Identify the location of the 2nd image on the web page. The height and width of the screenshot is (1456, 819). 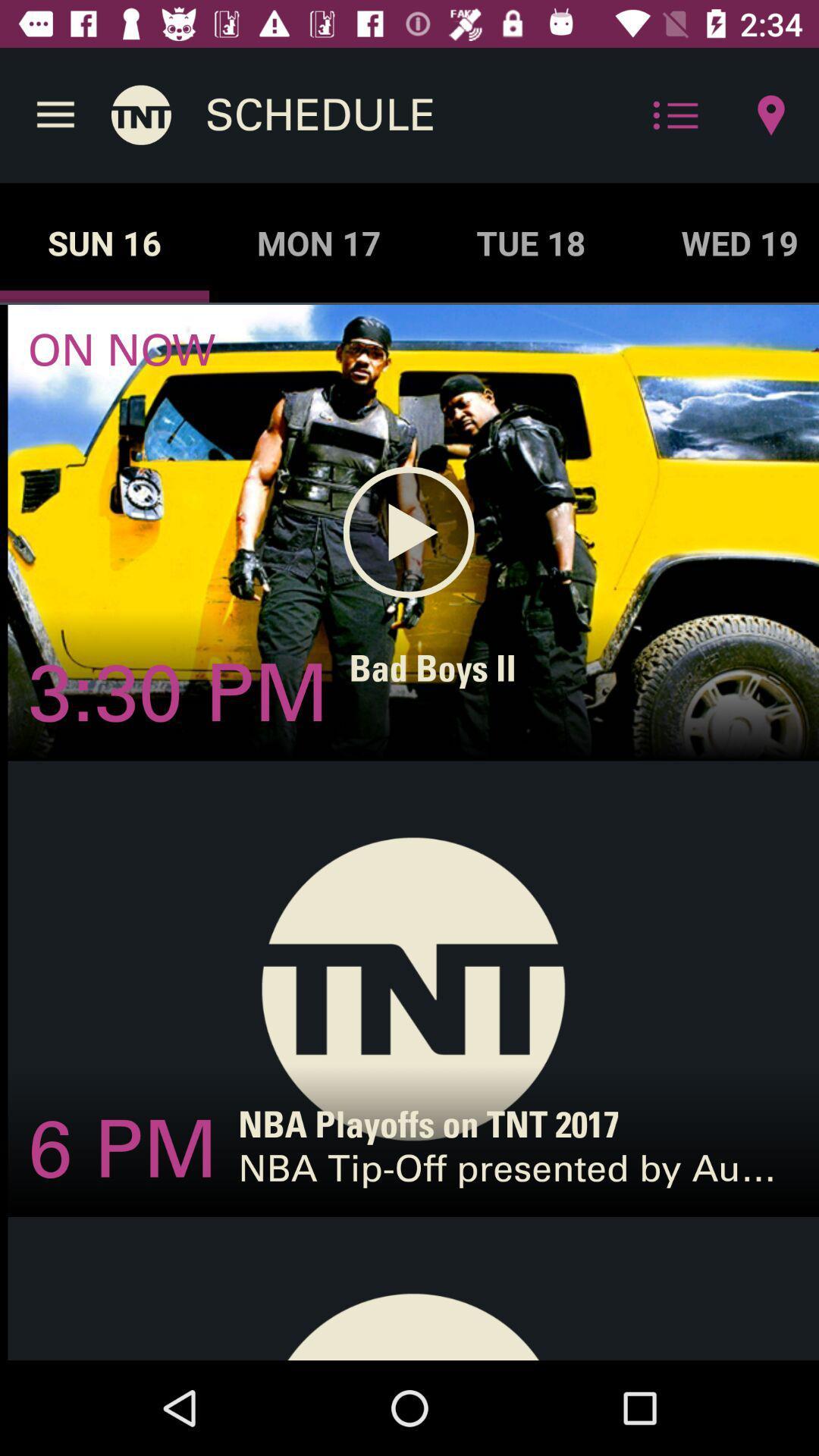
(413, 989).